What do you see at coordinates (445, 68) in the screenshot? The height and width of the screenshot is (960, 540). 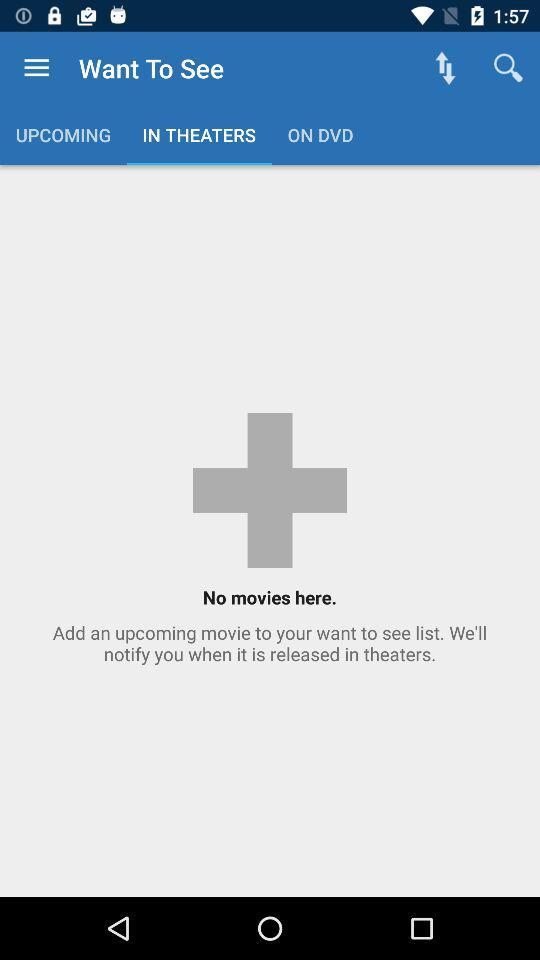 I see `the item next to the want to see app` at bounding box center [445, 68].